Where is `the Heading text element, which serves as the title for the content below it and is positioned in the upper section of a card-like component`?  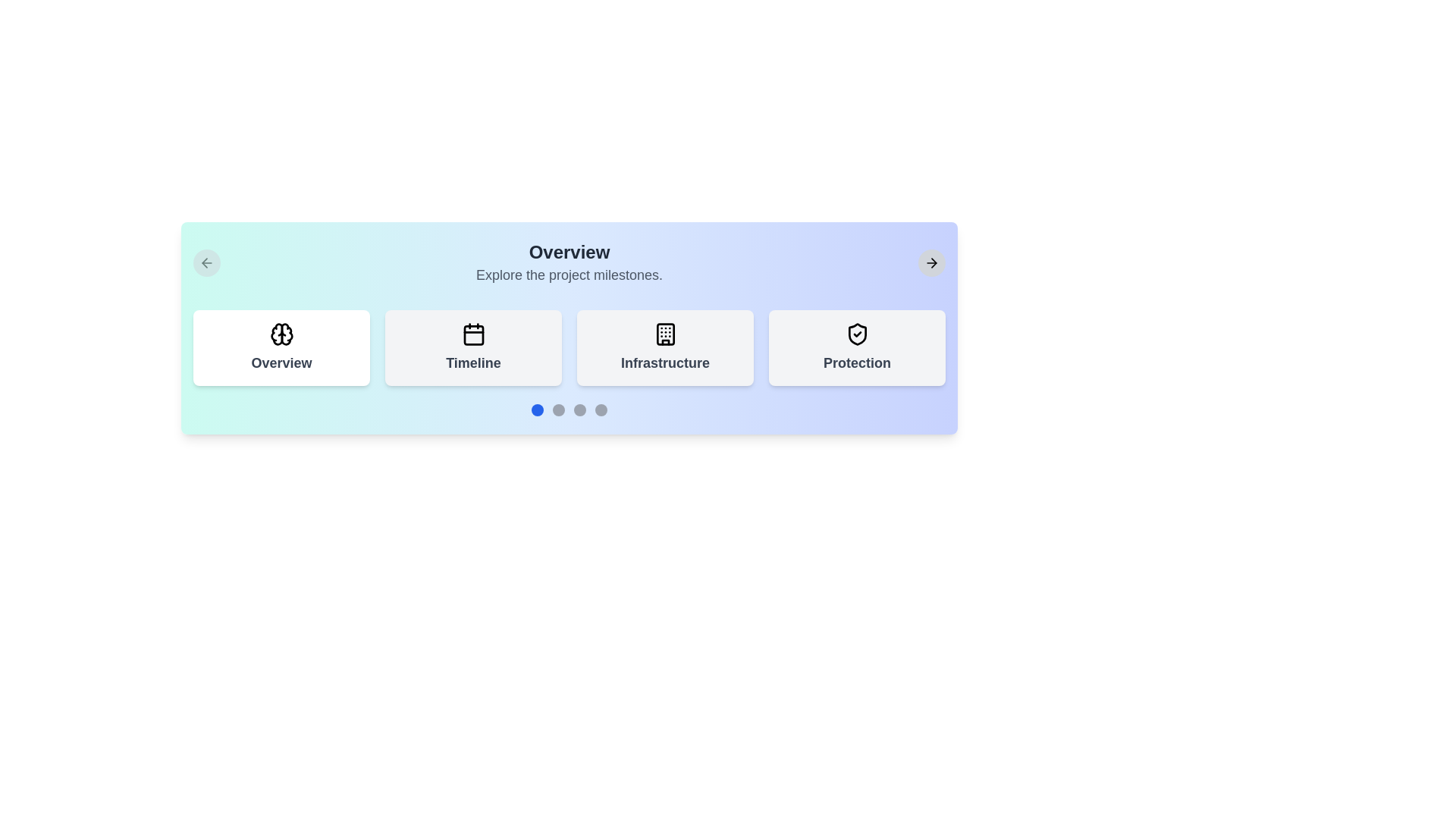
the Heading text element, which serves as the title for the content below it and is positioned in the upper section of a card-like component is located at coordinates (568, 251).